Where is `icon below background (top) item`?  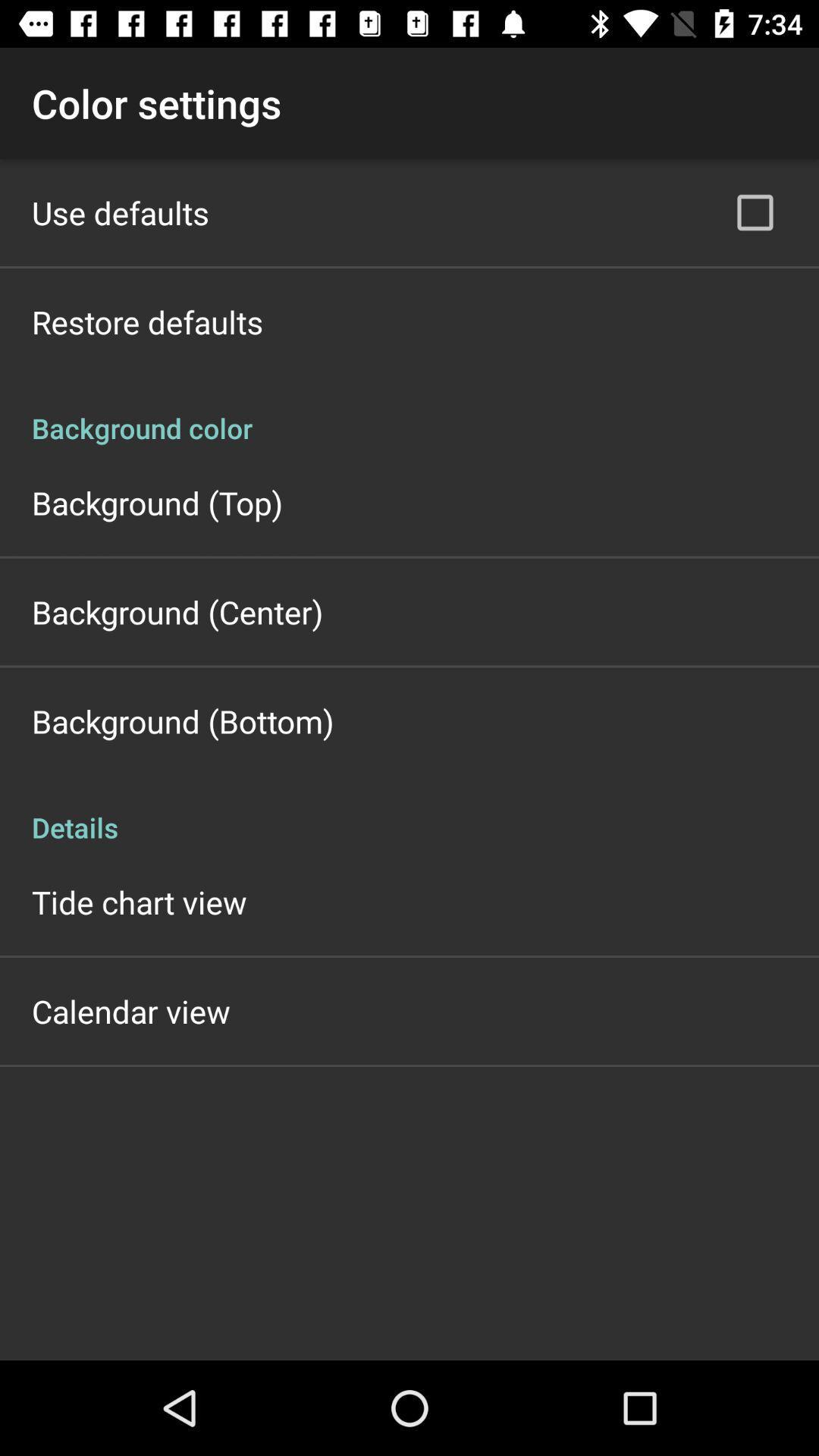 icon below background (top) item is located at coordinates (177, 611).